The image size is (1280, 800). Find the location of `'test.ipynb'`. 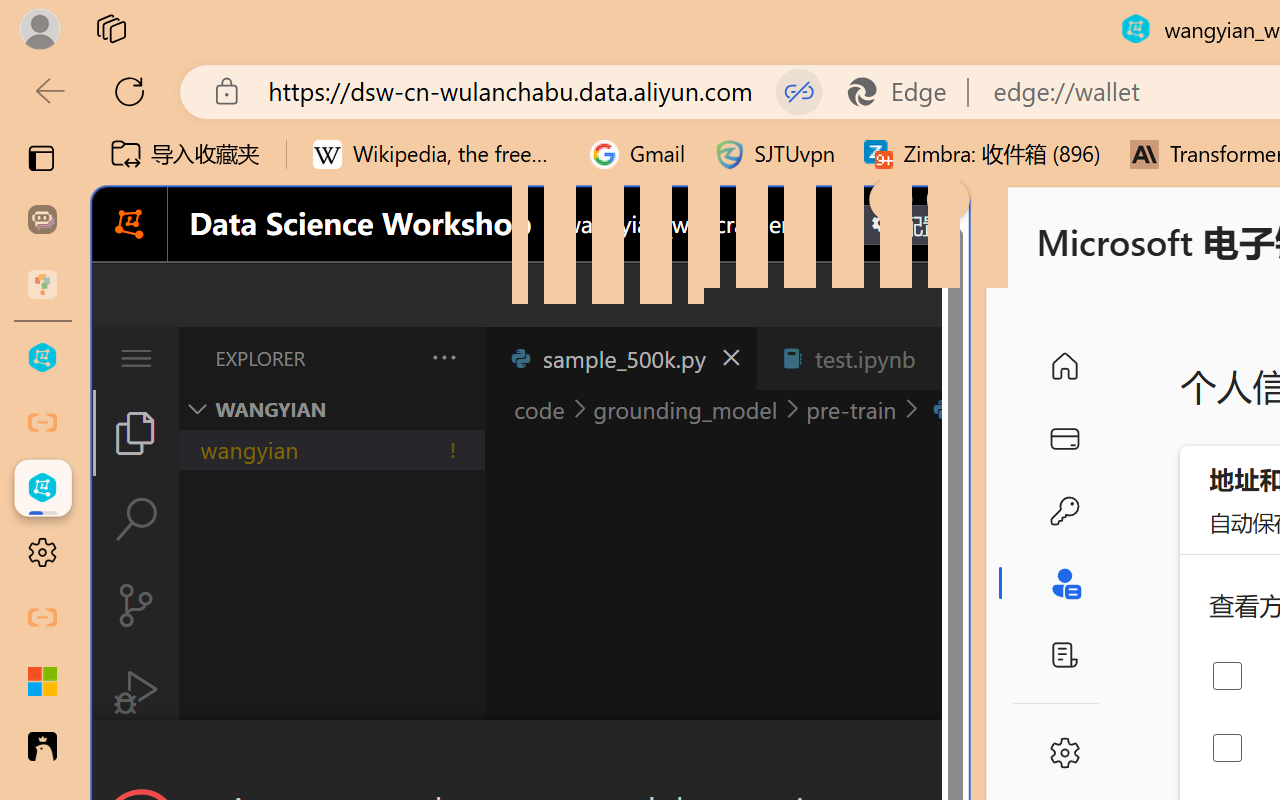

'test.ipynb' is located at coordinates (864, 358).